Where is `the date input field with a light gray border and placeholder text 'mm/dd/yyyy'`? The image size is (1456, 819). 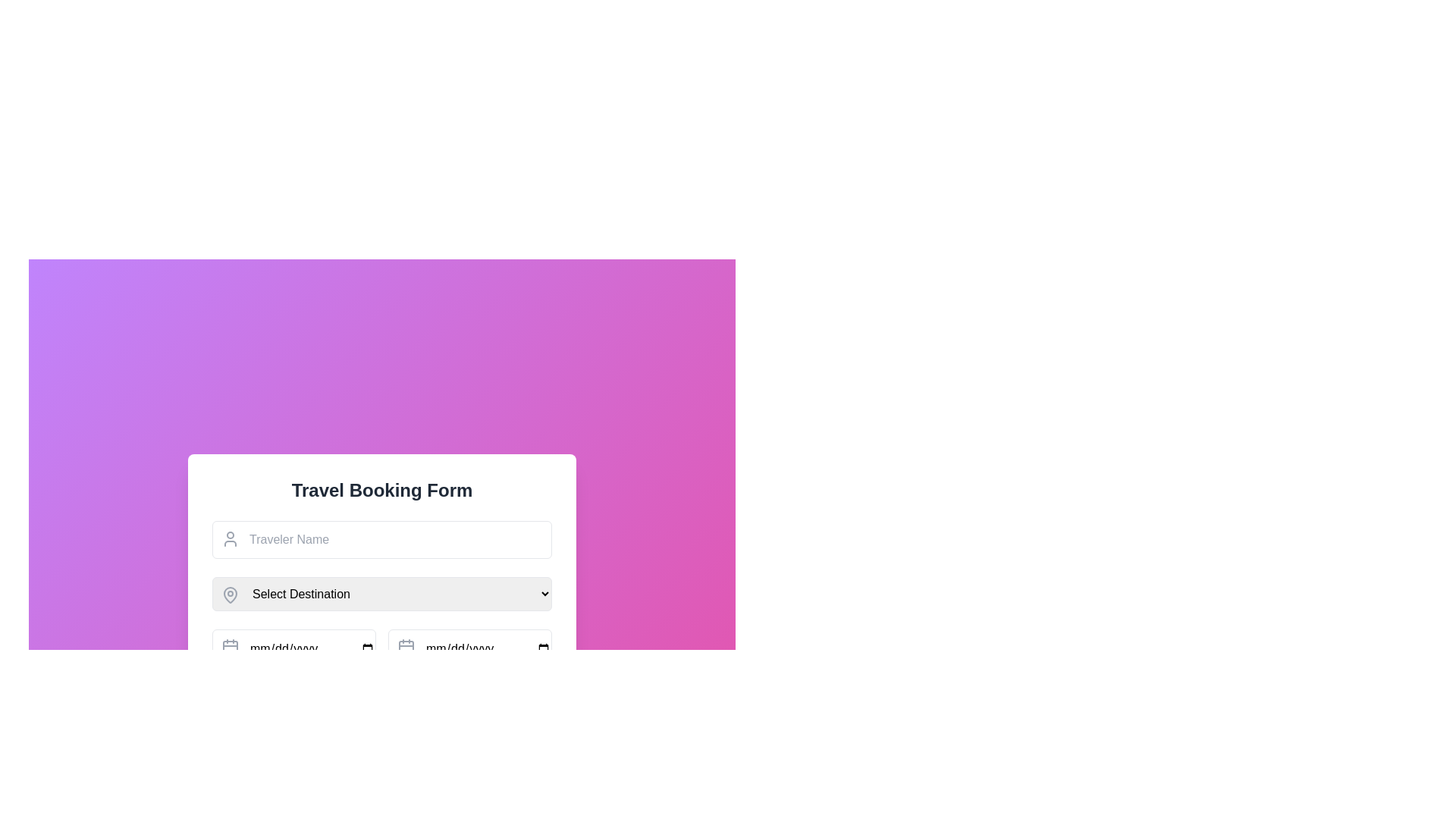 the date input field with a light gray border and placeholder text 'mm/dd/yyyy' is located at coordinates (294, 648).